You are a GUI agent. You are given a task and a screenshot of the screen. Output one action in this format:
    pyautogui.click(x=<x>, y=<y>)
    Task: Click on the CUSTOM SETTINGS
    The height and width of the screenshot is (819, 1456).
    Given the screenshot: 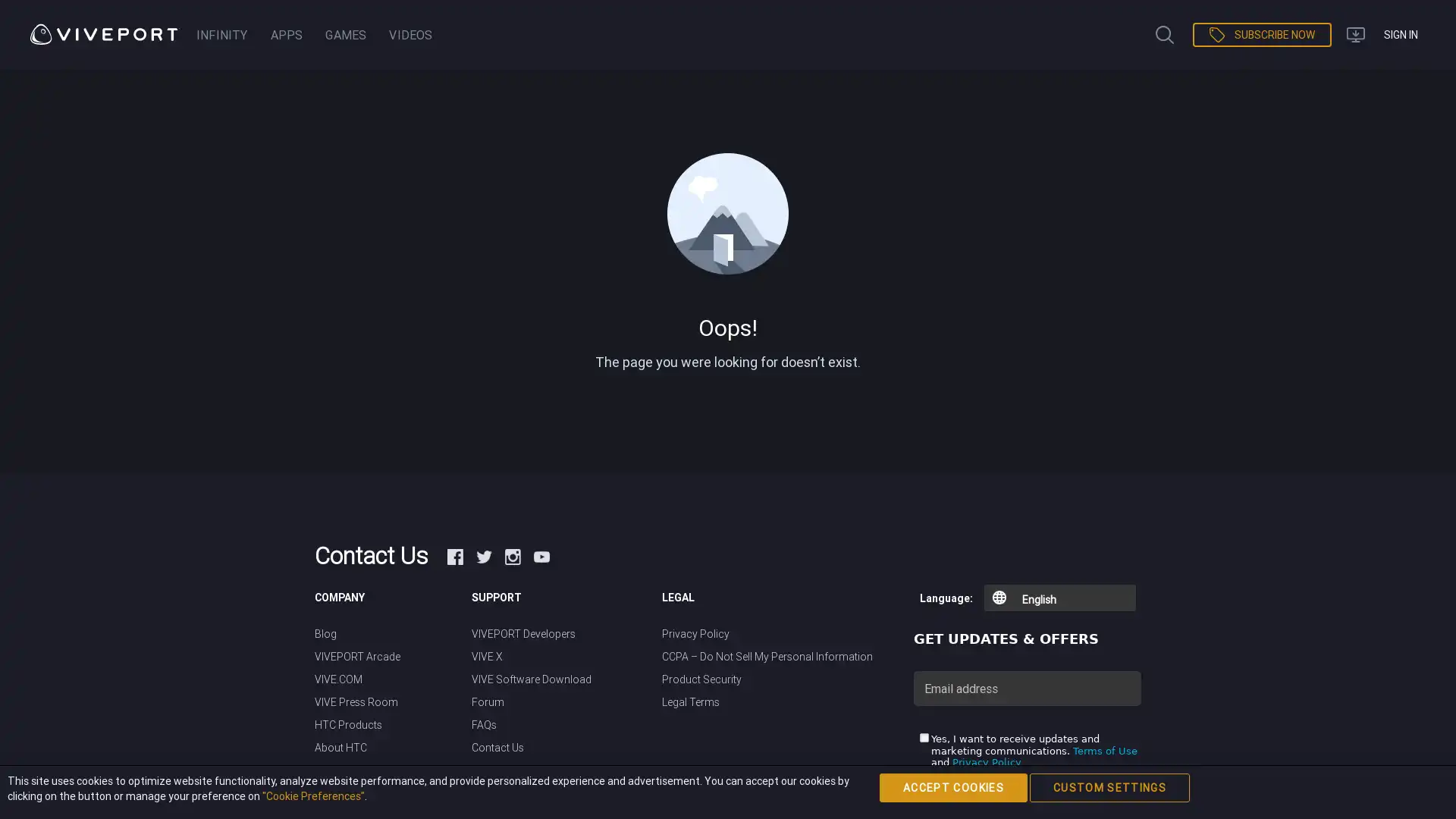 What is the action you would take?
    pyautogui.click(x=1109, y=786)
    